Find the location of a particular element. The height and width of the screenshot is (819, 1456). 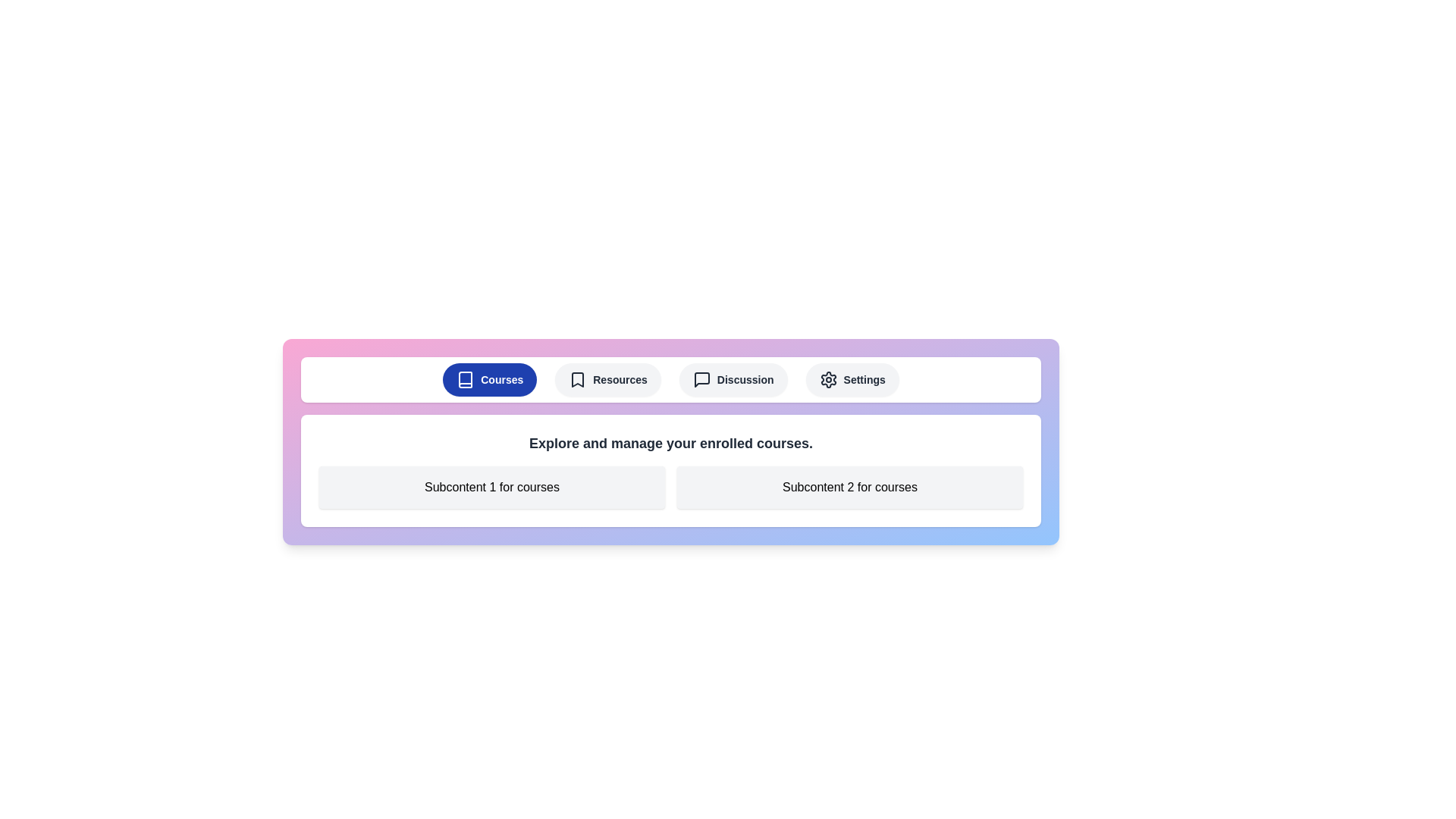

the static display box with the text 'Subcontent 2 for courses' to change its background color is located at coordinates (850, 488).